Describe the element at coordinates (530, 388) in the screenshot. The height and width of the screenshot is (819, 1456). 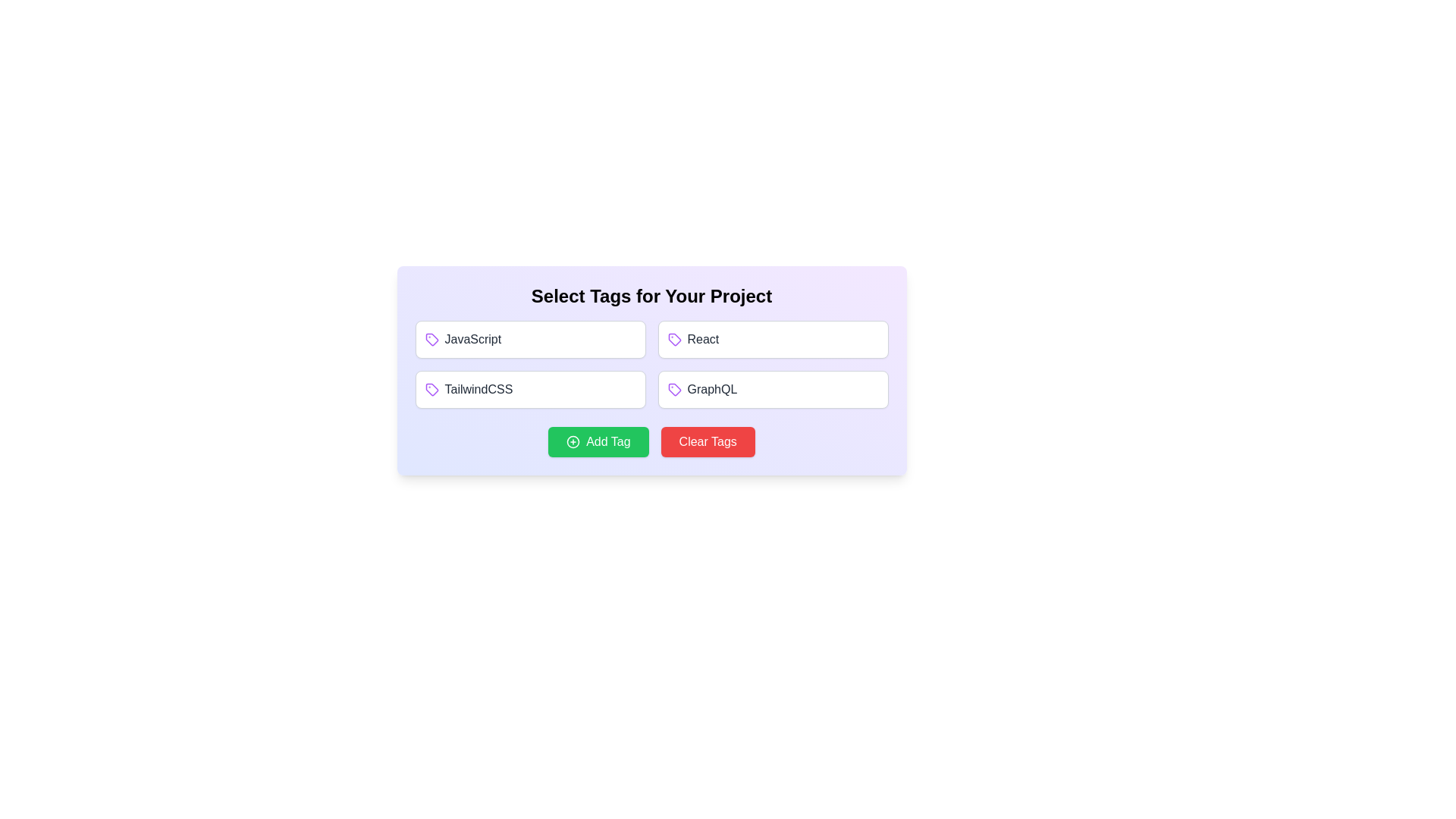
I see `the tag TailwindCSS to select it` at that location.